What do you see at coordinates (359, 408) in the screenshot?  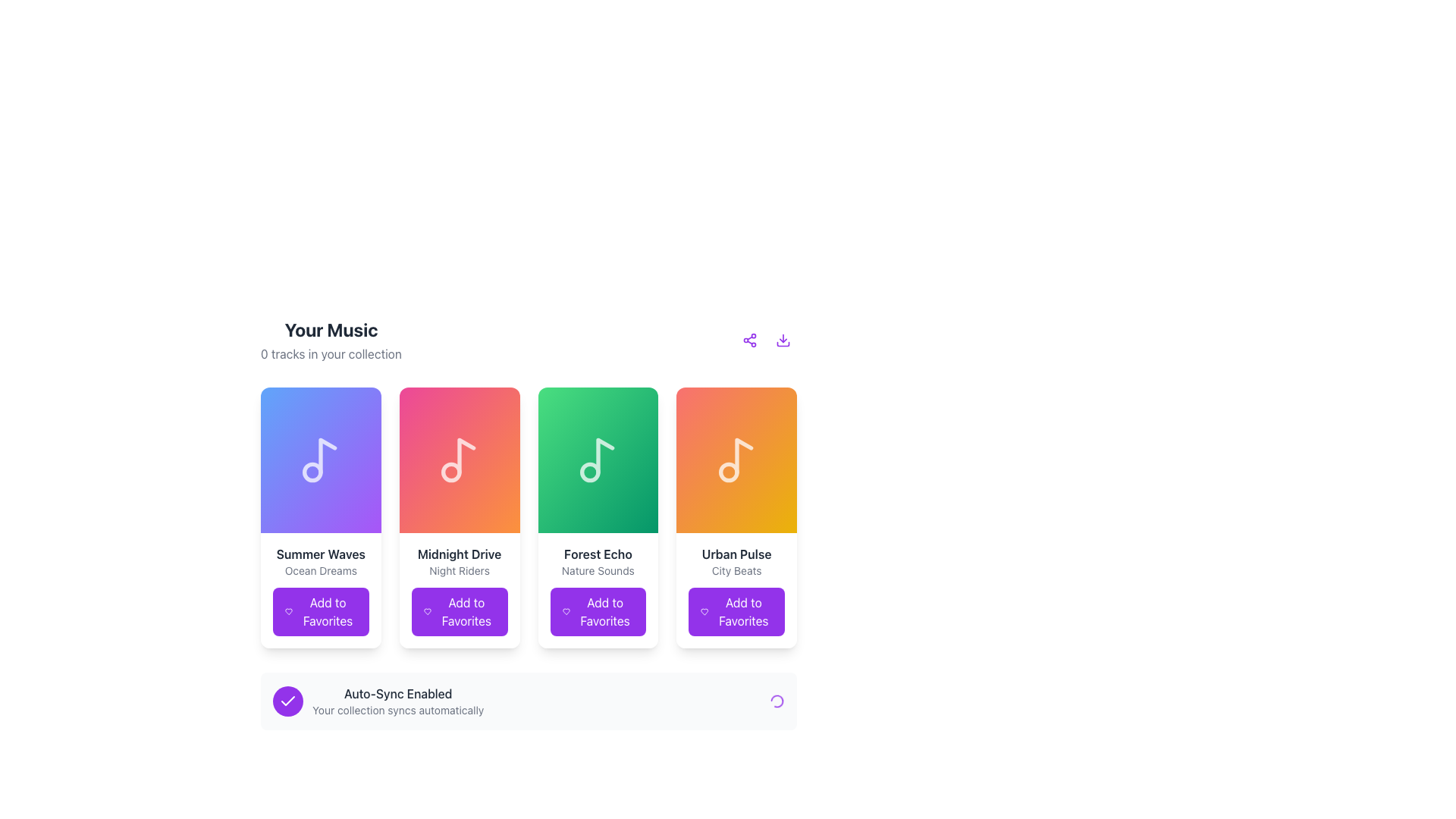 I see `the close action button located in the top-right corner of the 'Summer Waves' card` at bounding box center [359, 408].